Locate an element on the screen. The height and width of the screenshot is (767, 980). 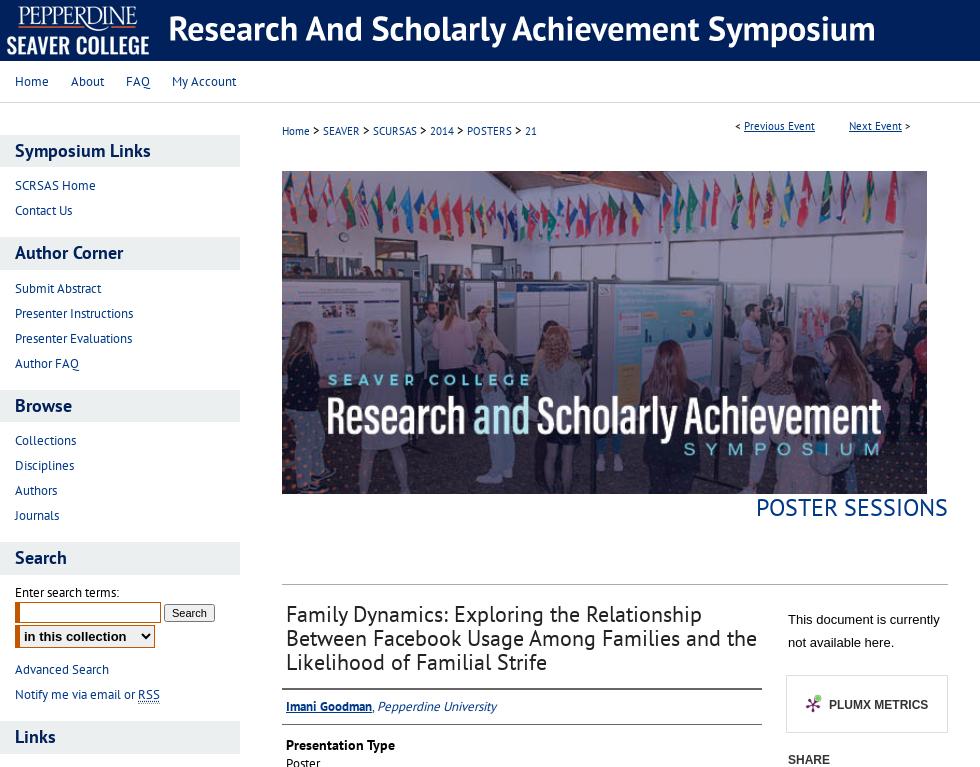
'Collections' is located at coordinates (45, 439).